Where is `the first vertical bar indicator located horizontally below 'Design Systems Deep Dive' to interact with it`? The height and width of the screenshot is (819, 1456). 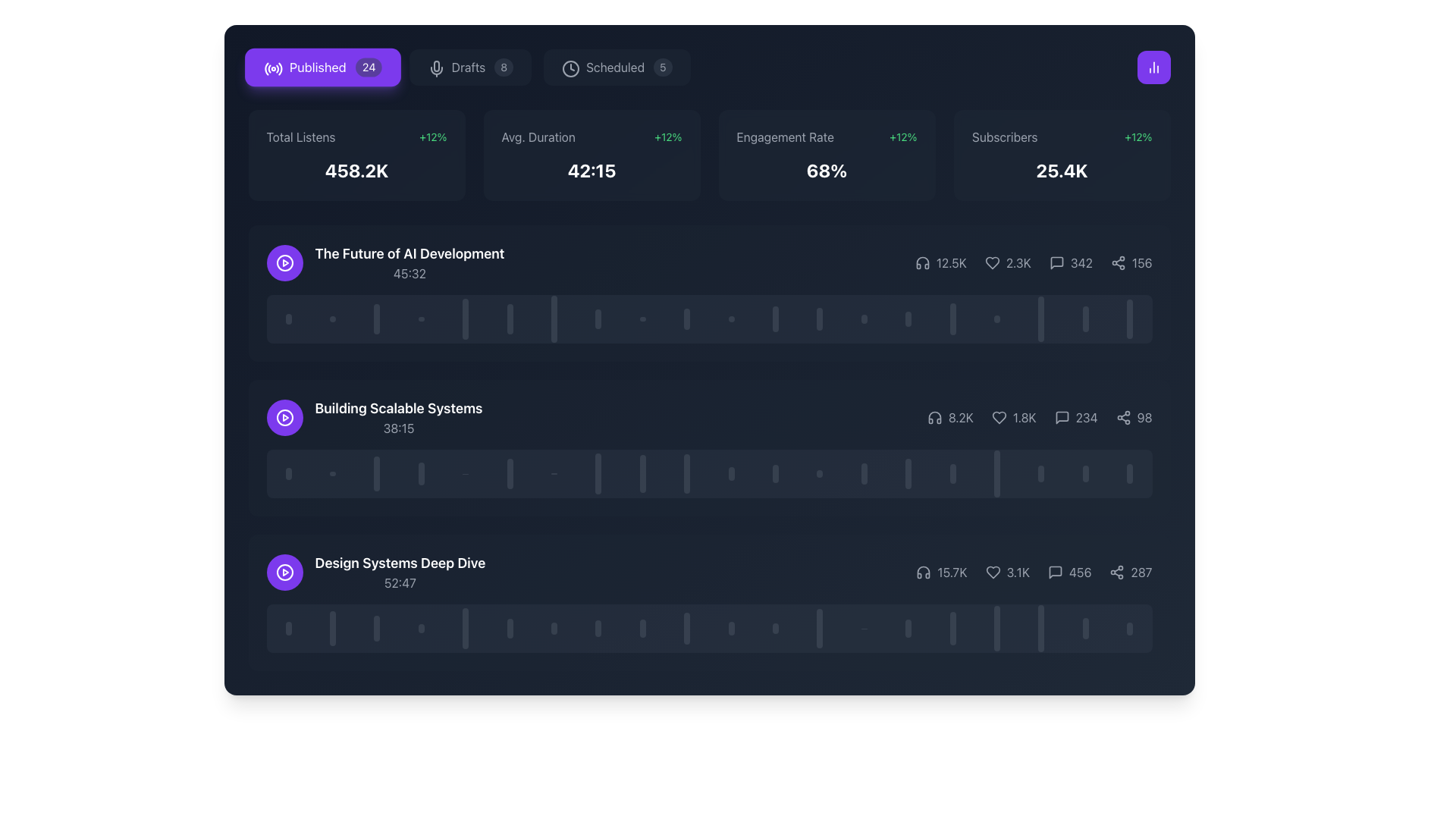 the first vertical bar indicator located horizontally below 'Design Systems Deep Dive' to interact with it is located at coordinates (288, 629).